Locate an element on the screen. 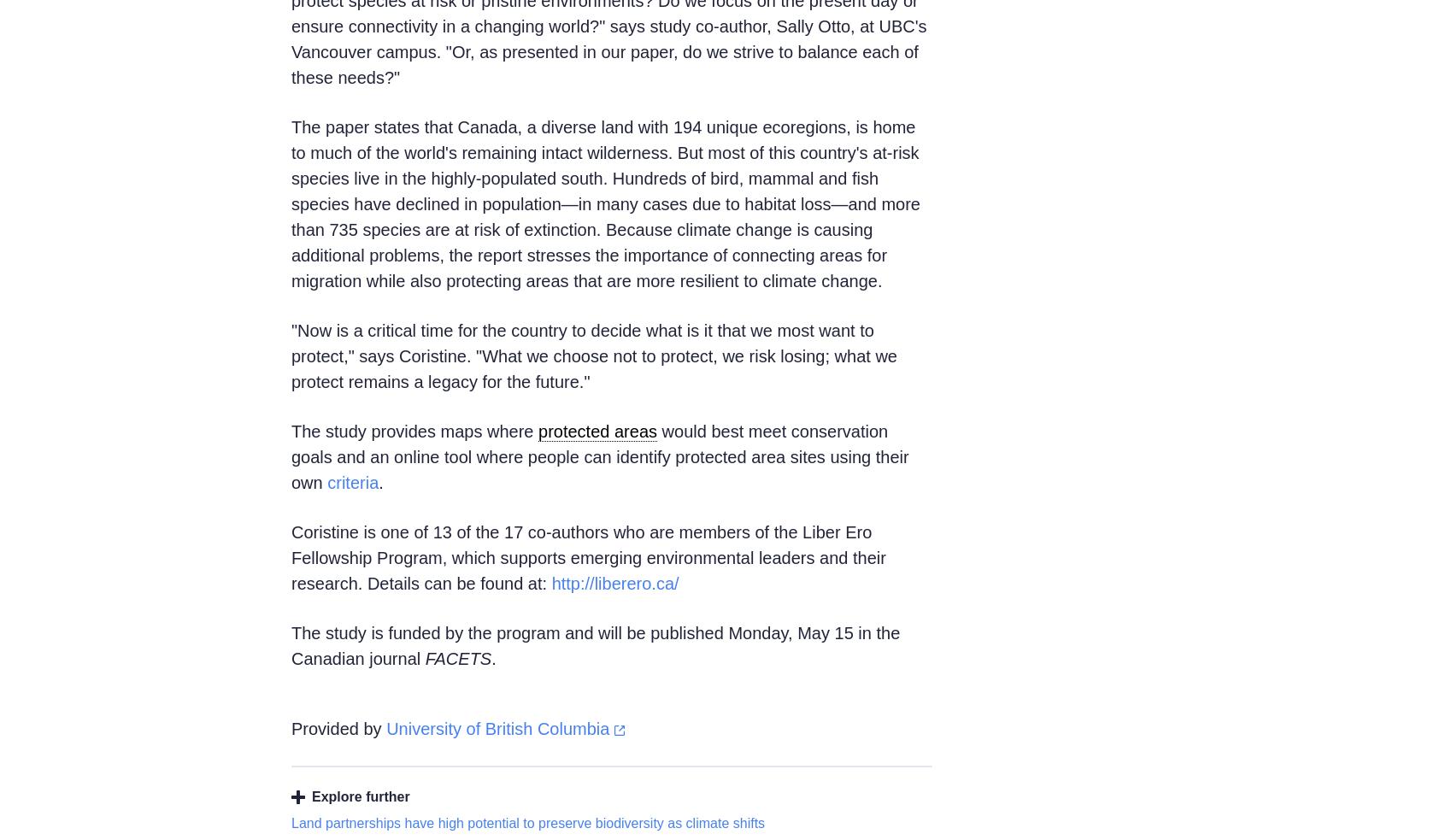  'University of British Columbia' is located at coordinates (497, 729).